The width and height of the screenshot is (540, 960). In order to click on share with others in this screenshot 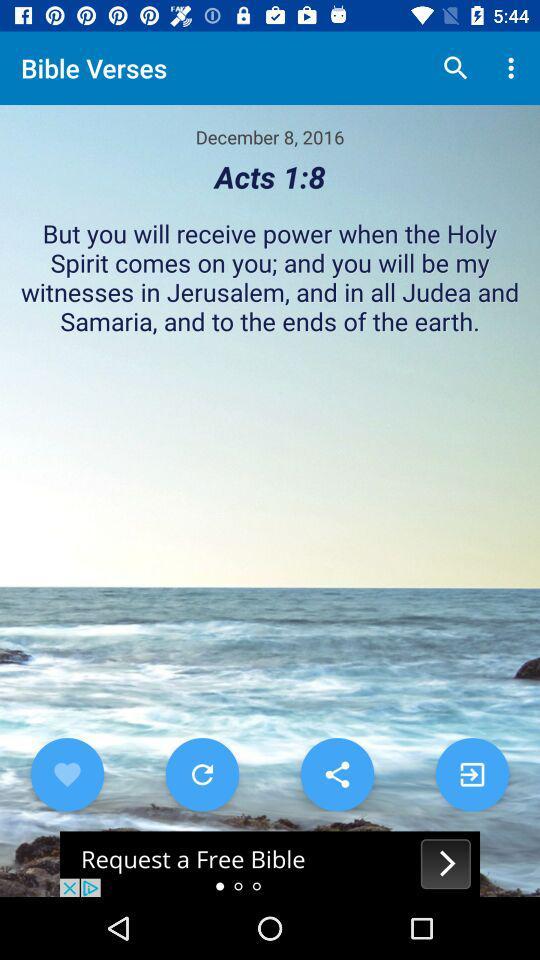, I will do `click(337, 773)`.